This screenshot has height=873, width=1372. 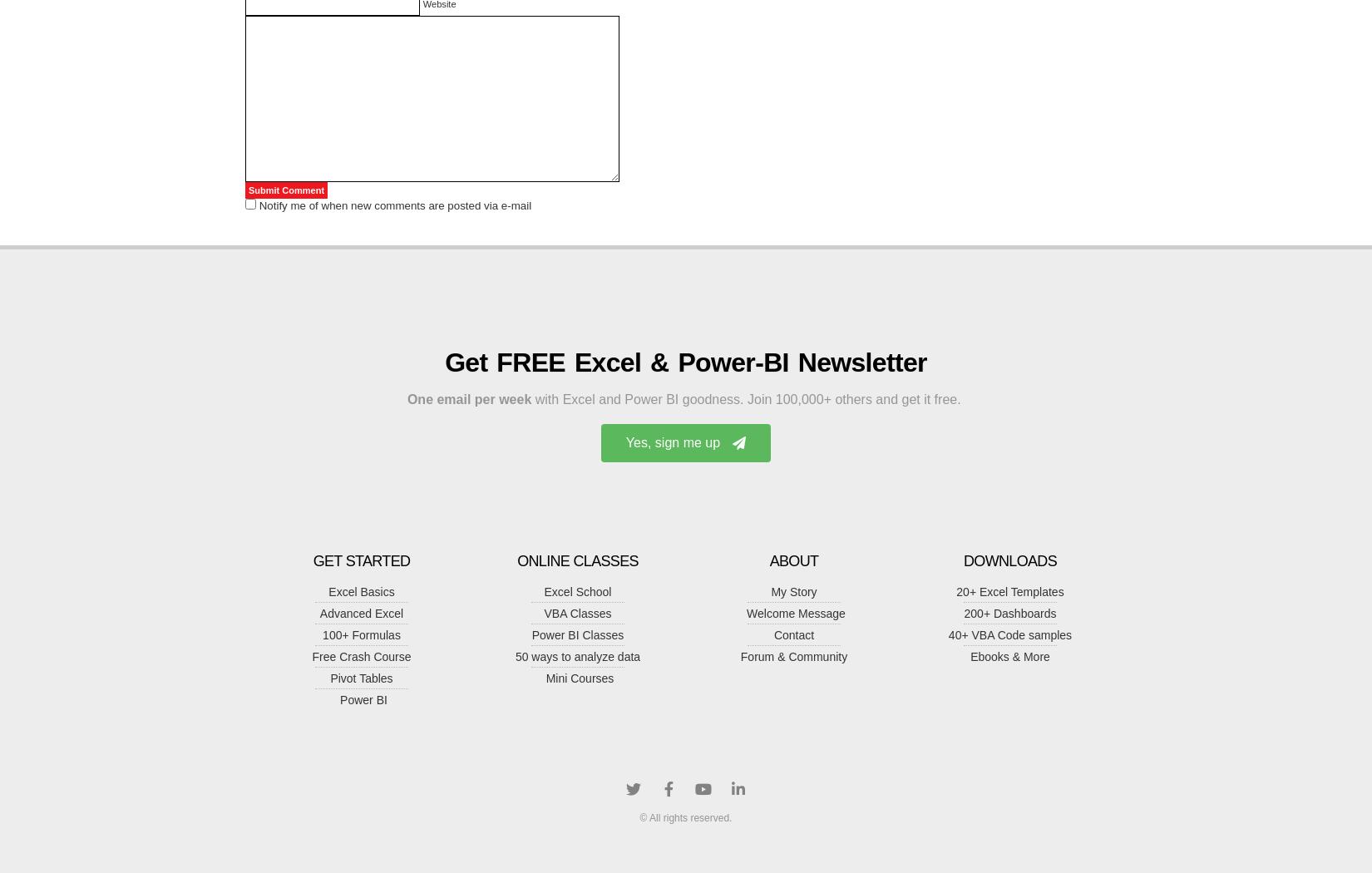 What do you see at coordinates (448, 76) in the screenshot?
I see `'[...] 35 Cool Visualizations on 2008 US Presidential Election - Obama vs…. [...]'` at bounding box center [448, 76].